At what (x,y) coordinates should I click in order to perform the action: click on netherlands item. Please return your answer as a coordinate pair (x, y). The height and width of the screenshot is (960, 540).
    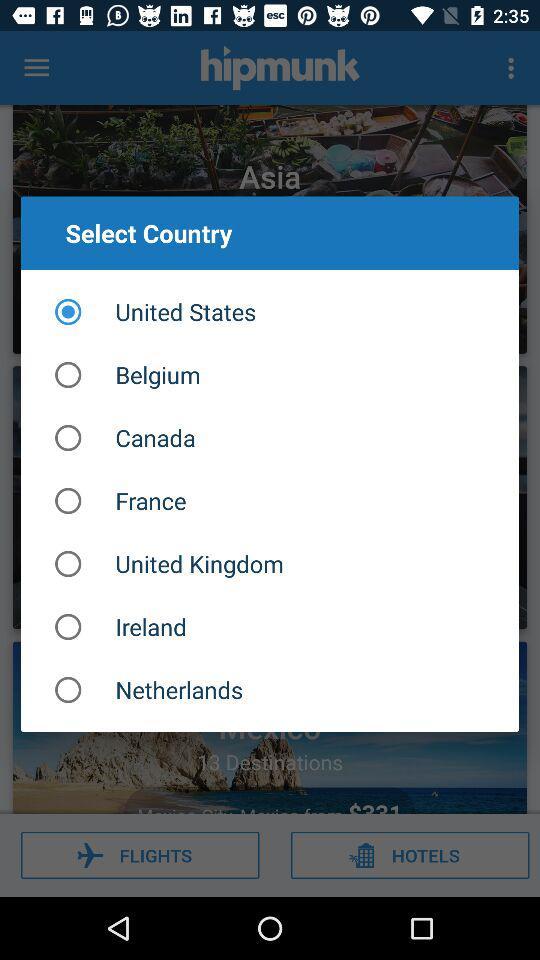
    Looking at the image, I should click on (270, 690).